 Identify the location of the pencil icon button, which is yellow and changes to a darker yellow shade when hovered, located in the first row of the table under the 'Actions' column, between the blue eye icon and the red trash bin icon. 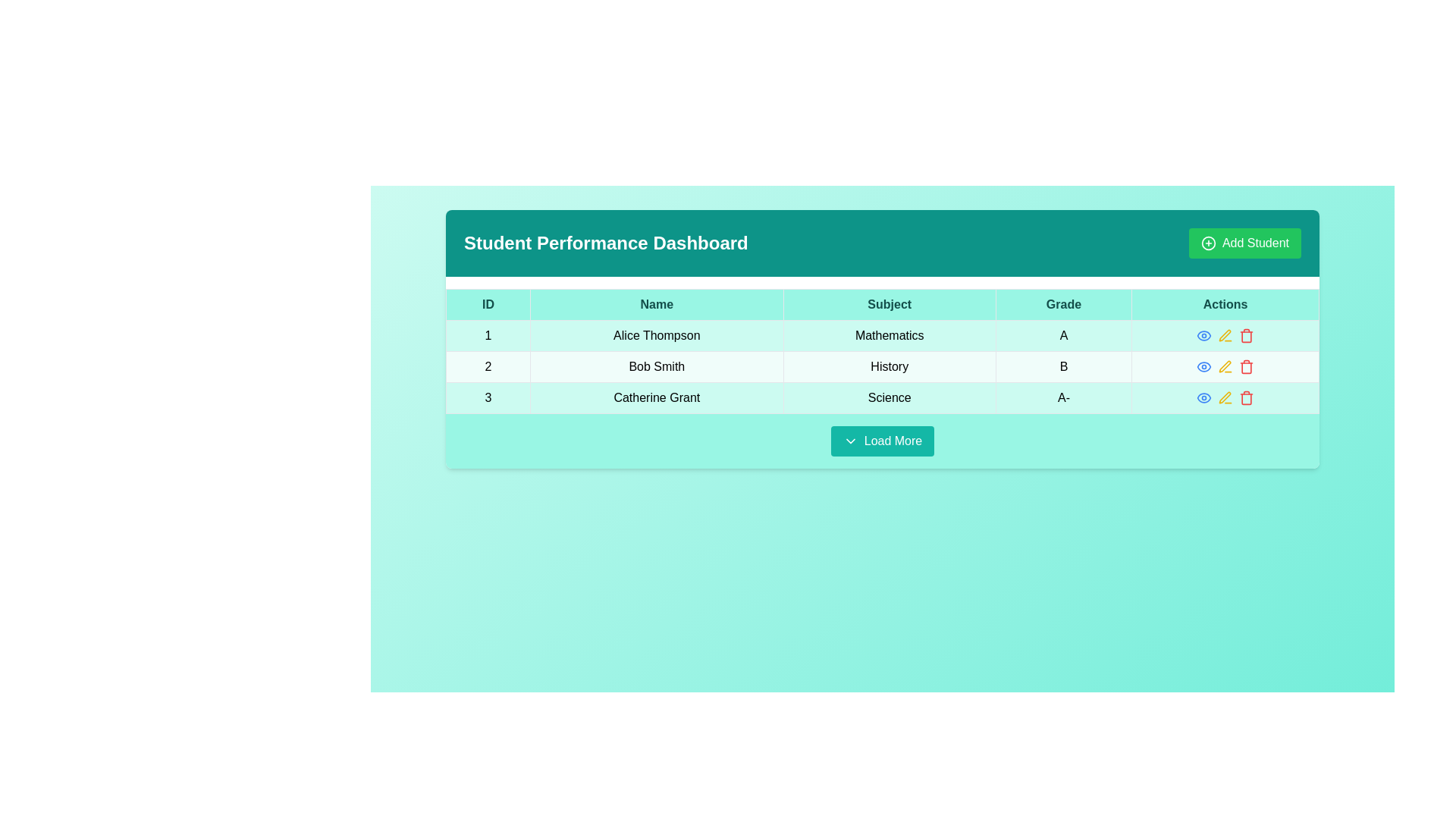
(1225, 335).